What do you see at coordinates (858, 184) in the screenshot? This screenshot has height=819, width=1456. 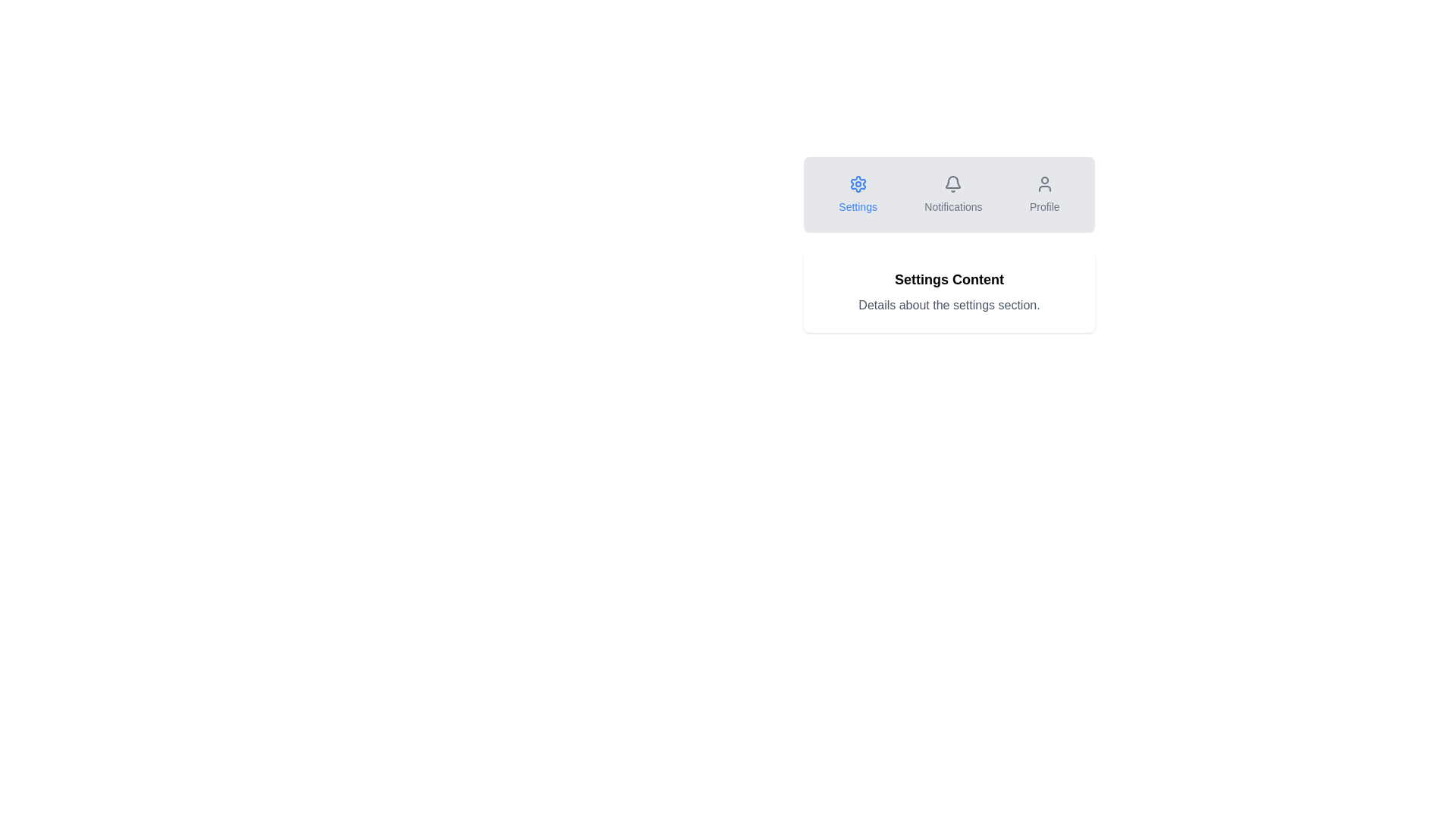 I see `the blue gear icon on the leftmost position of the horizontal navigation bar` at bounding box center [858, 184].